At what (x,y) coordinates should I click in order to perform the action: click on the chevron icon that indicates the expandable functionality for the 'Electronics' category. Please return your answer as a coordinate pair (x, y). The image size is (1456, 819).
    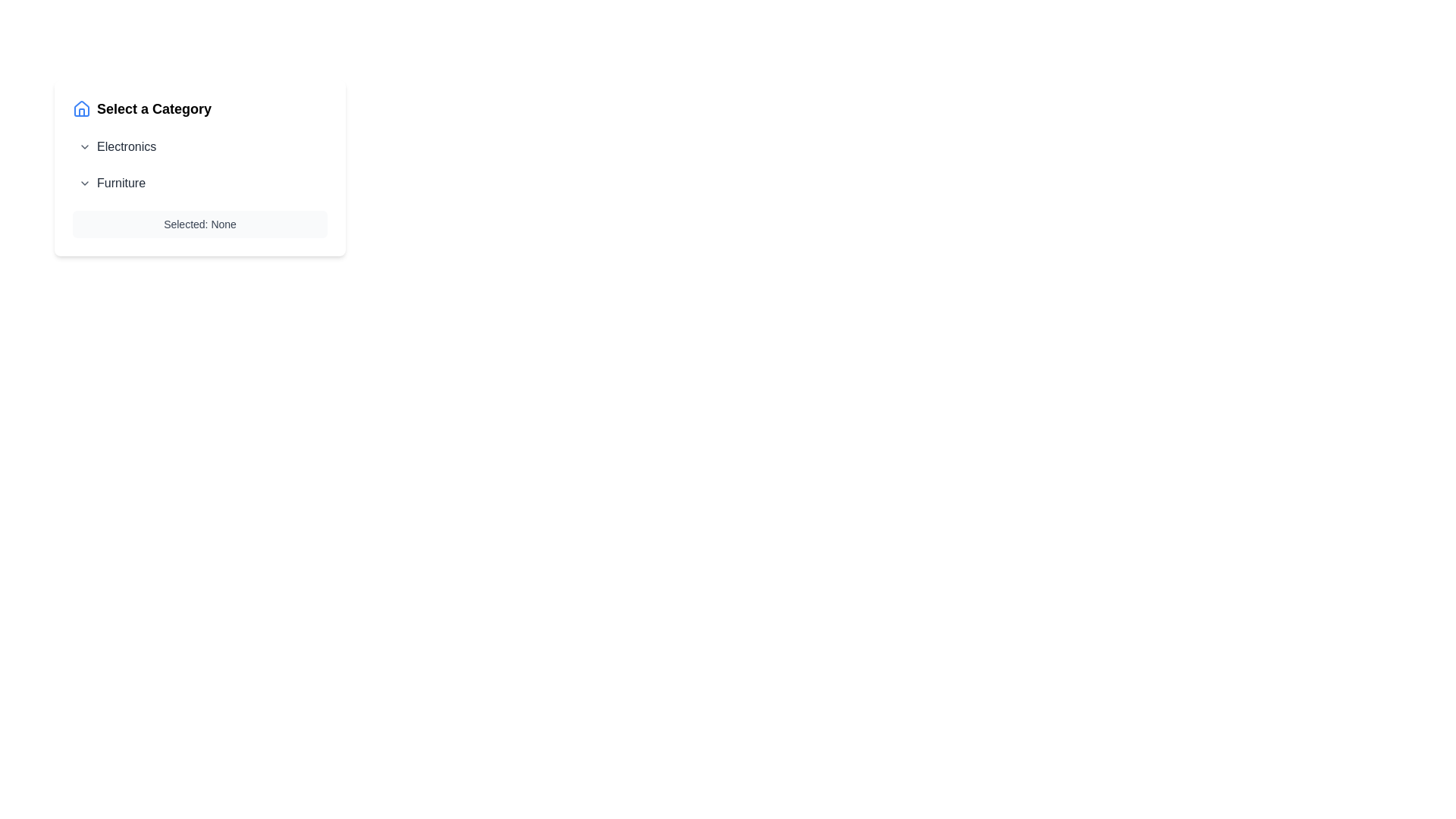
    Looking at the image, I should click on (83, 146).